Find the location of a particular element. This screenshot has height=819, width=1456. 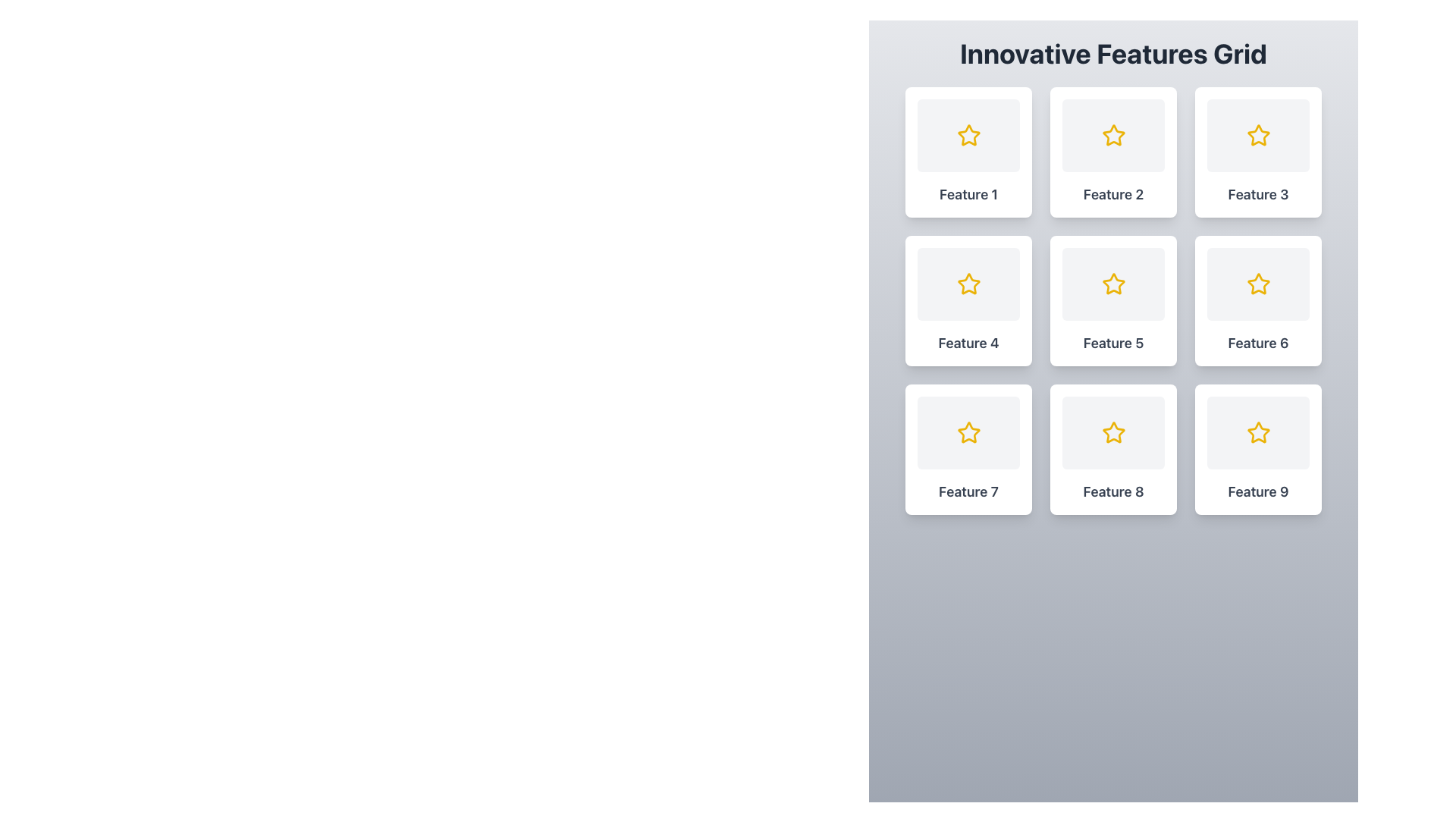

the decorative or functional icon located in the second row, third column of the 3x3 grid layout, which is labeled 'Feature 8' is located at coordinates (1113, 432).